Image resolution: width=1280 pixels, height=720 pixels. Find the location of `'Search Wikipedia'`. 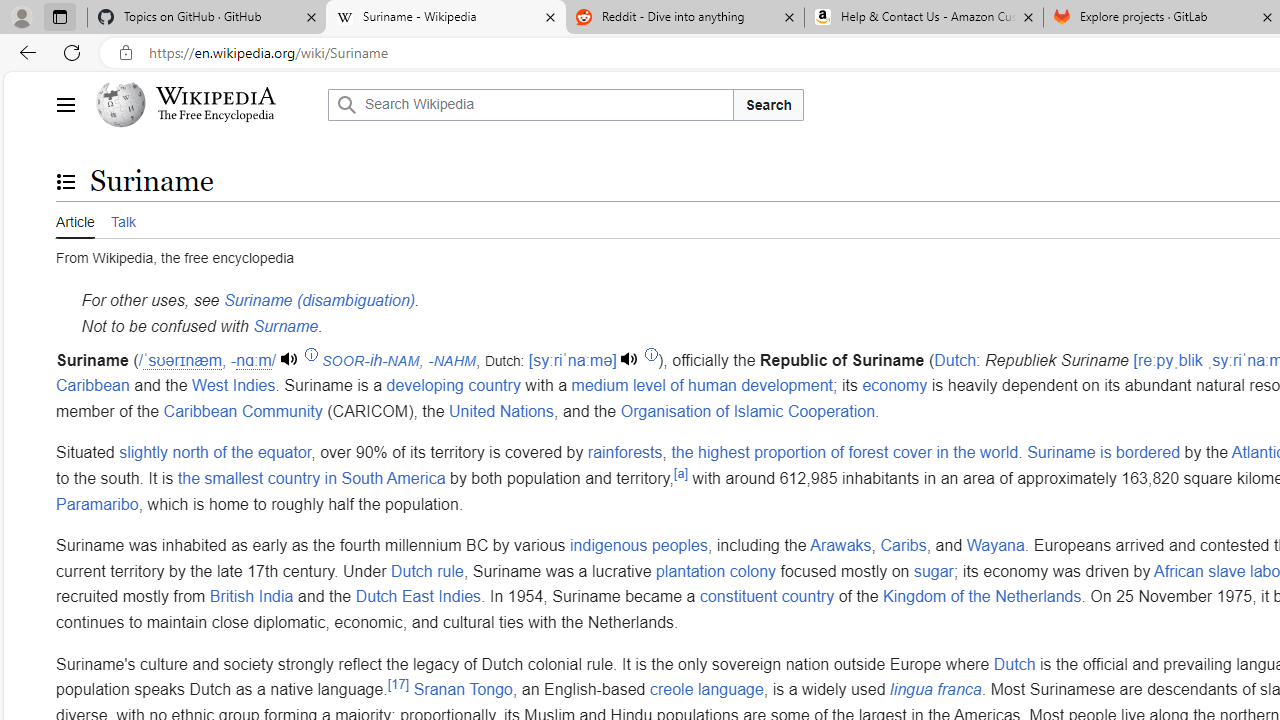

'Search Wikipedia' is located at coordinates (531, 105).